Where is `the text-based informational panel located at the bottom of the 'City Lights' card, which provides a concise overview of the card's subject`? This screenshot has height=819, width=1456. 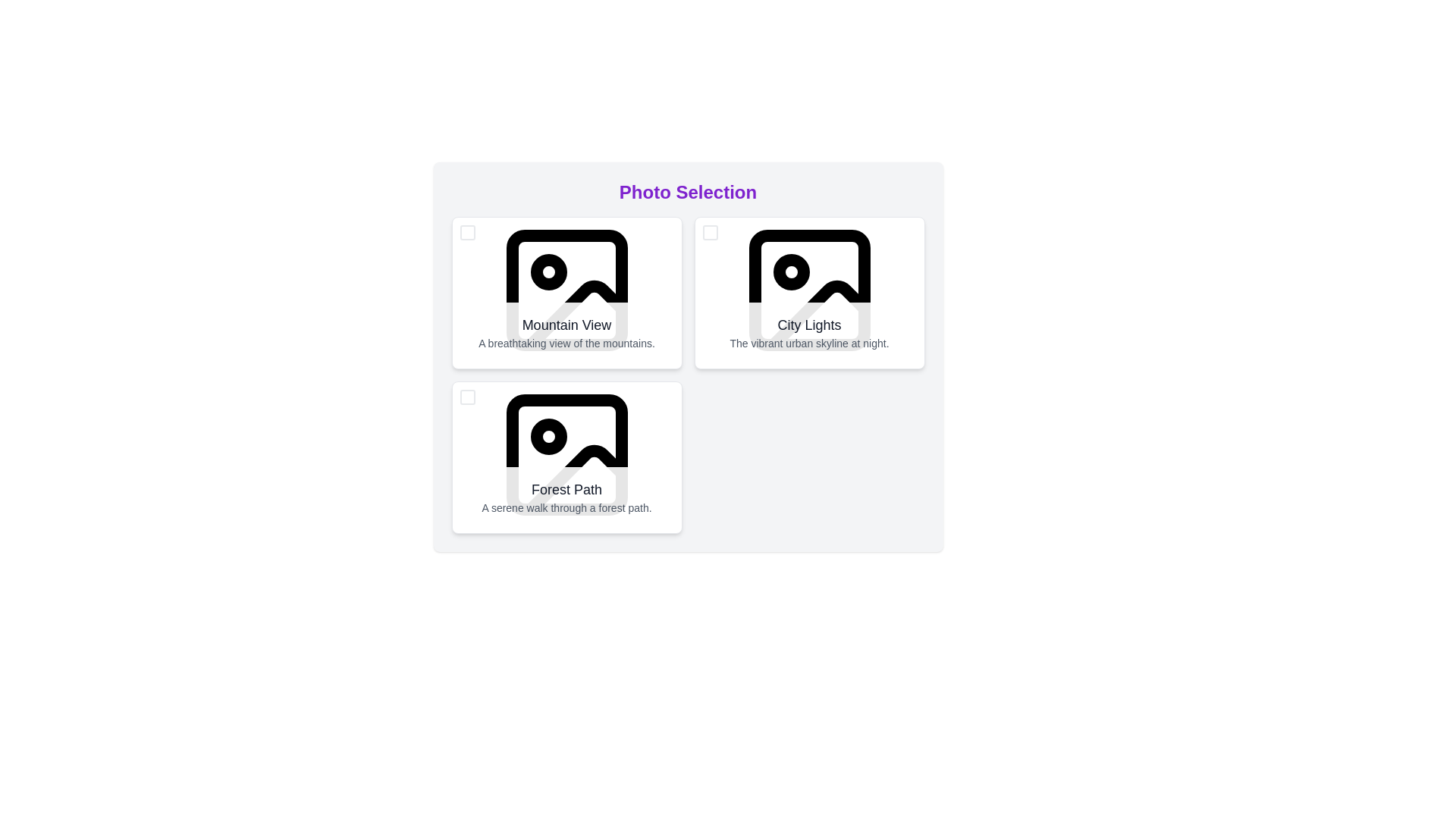
the text-based informational panel located at the bottom of the 'City Lights' card, which provides a concise overview of the card's subject is located at coordinates (808, 332).